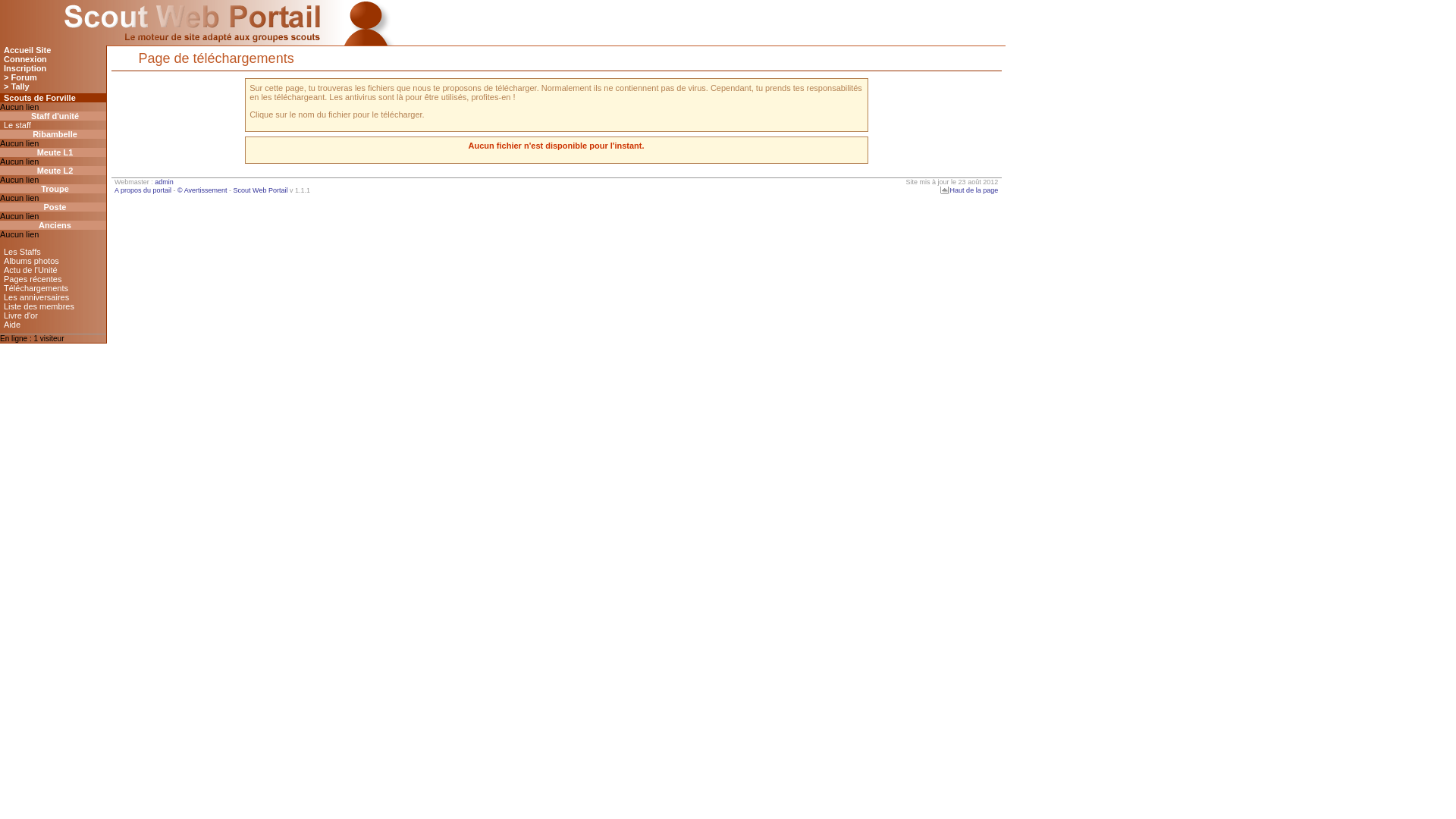 Image resolution: width=1456 pixels, height=819 pixels. I want to click on 'Connexion', so click(53, 58).